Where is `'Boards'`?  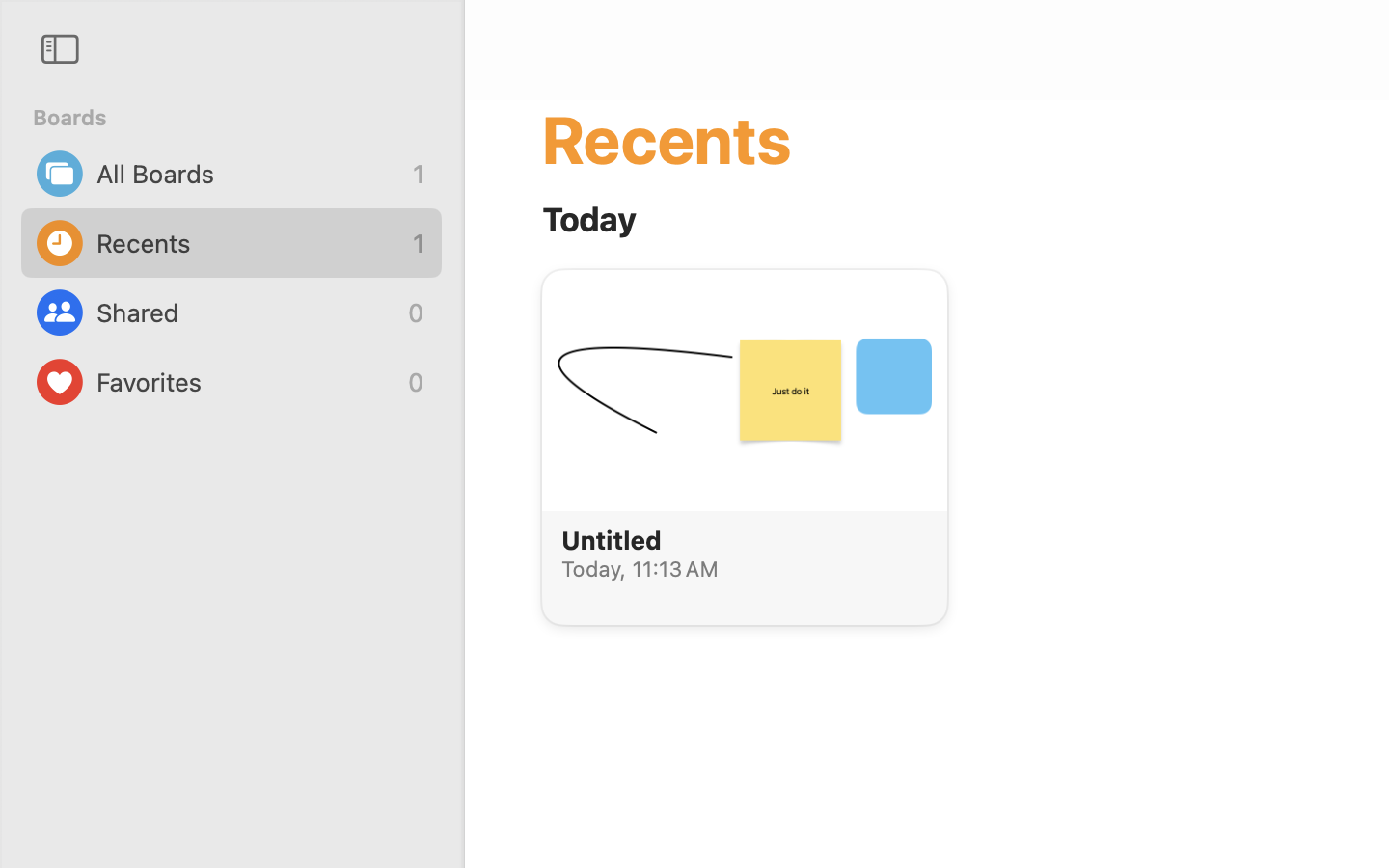
'Boards' is located at coordinates (241, 118).